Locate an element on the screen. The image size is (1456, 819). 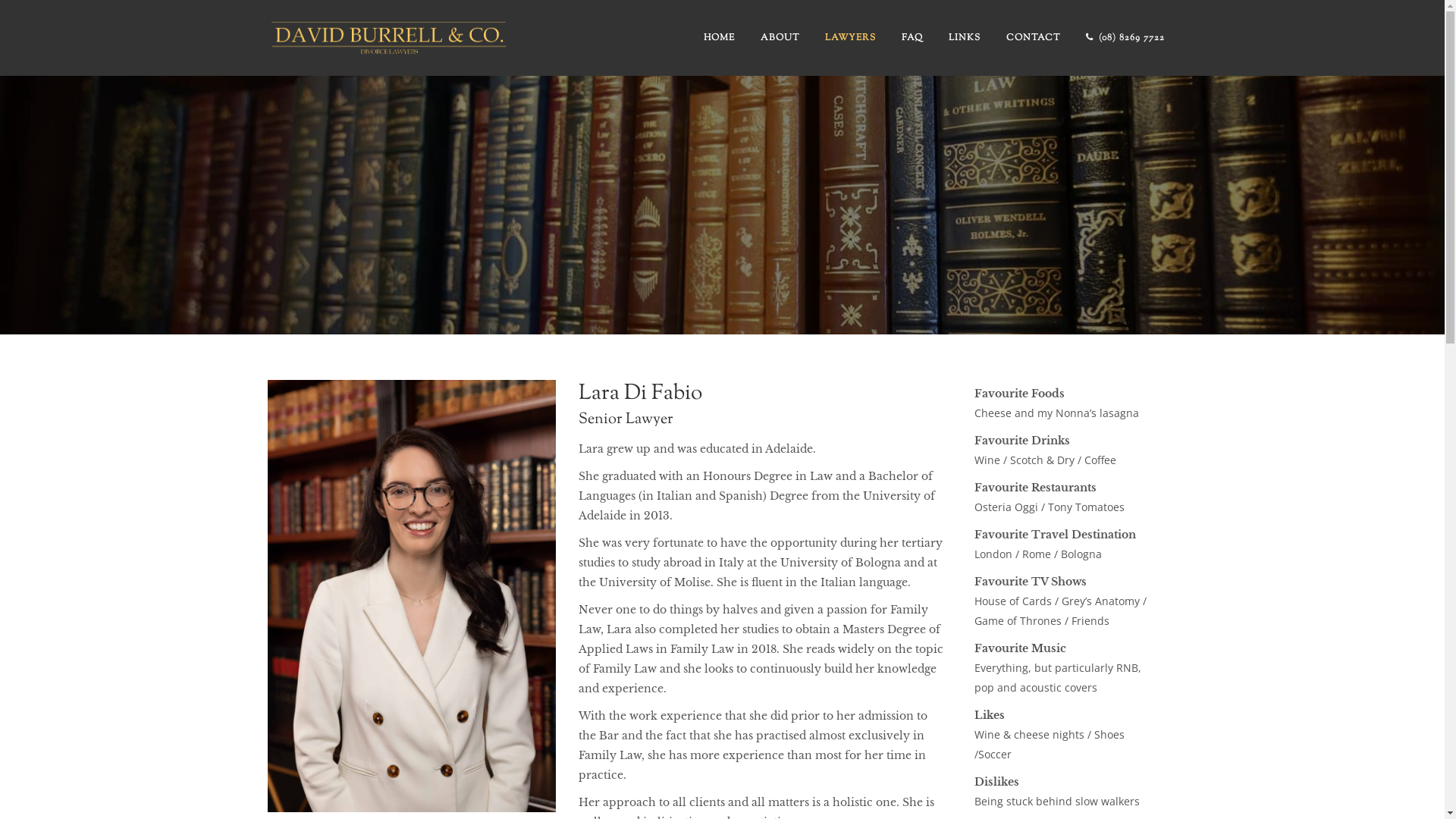
'LAWYERS' is located at coordinates (811, 37).